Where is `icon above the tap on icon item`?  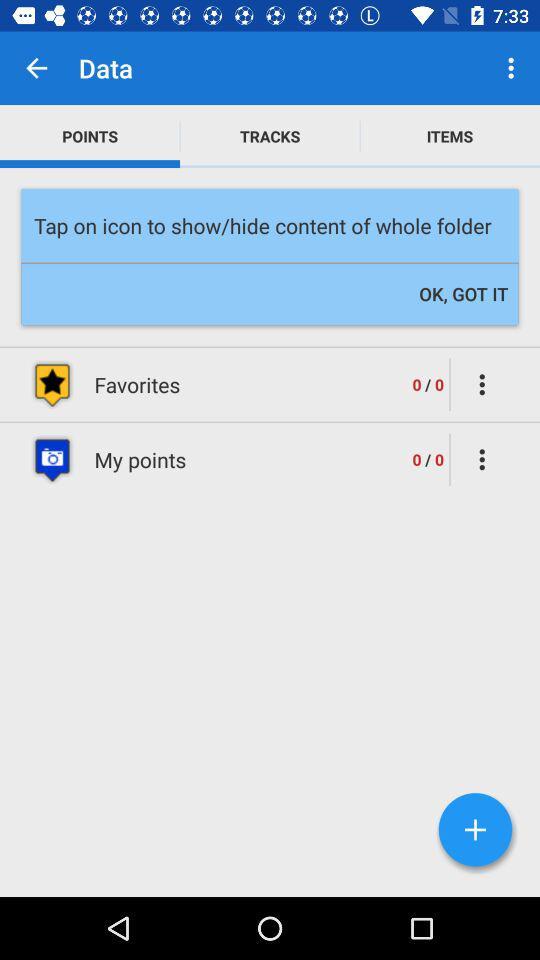 icon above the tap on icon item is located at coordinates (270, 135).